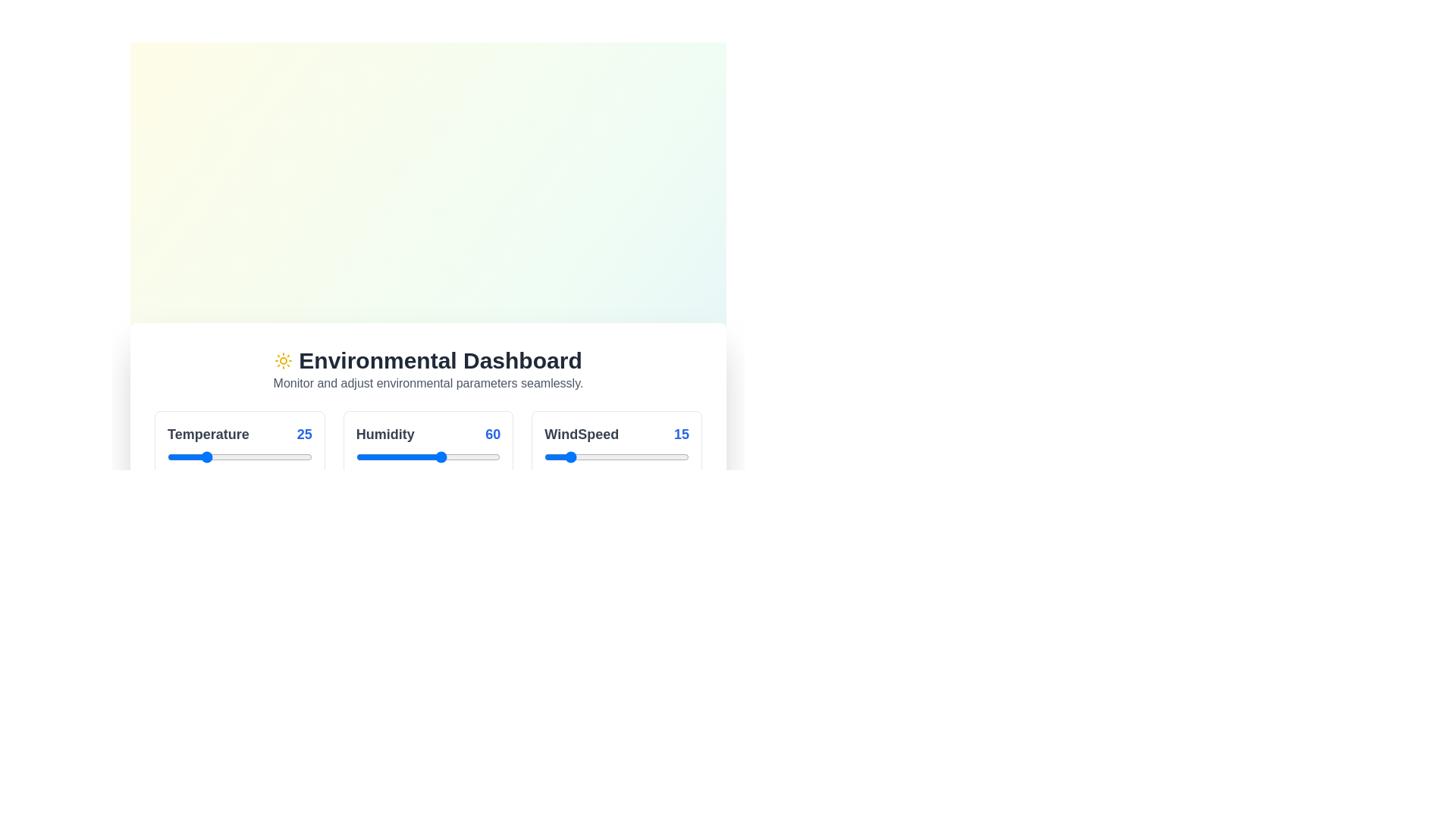 This screenshot has width=1456, height=819. What do you see at coordinates (473, 456) in the screenshot?
I see `the Humidity slider` at bounding box center [473, 456].